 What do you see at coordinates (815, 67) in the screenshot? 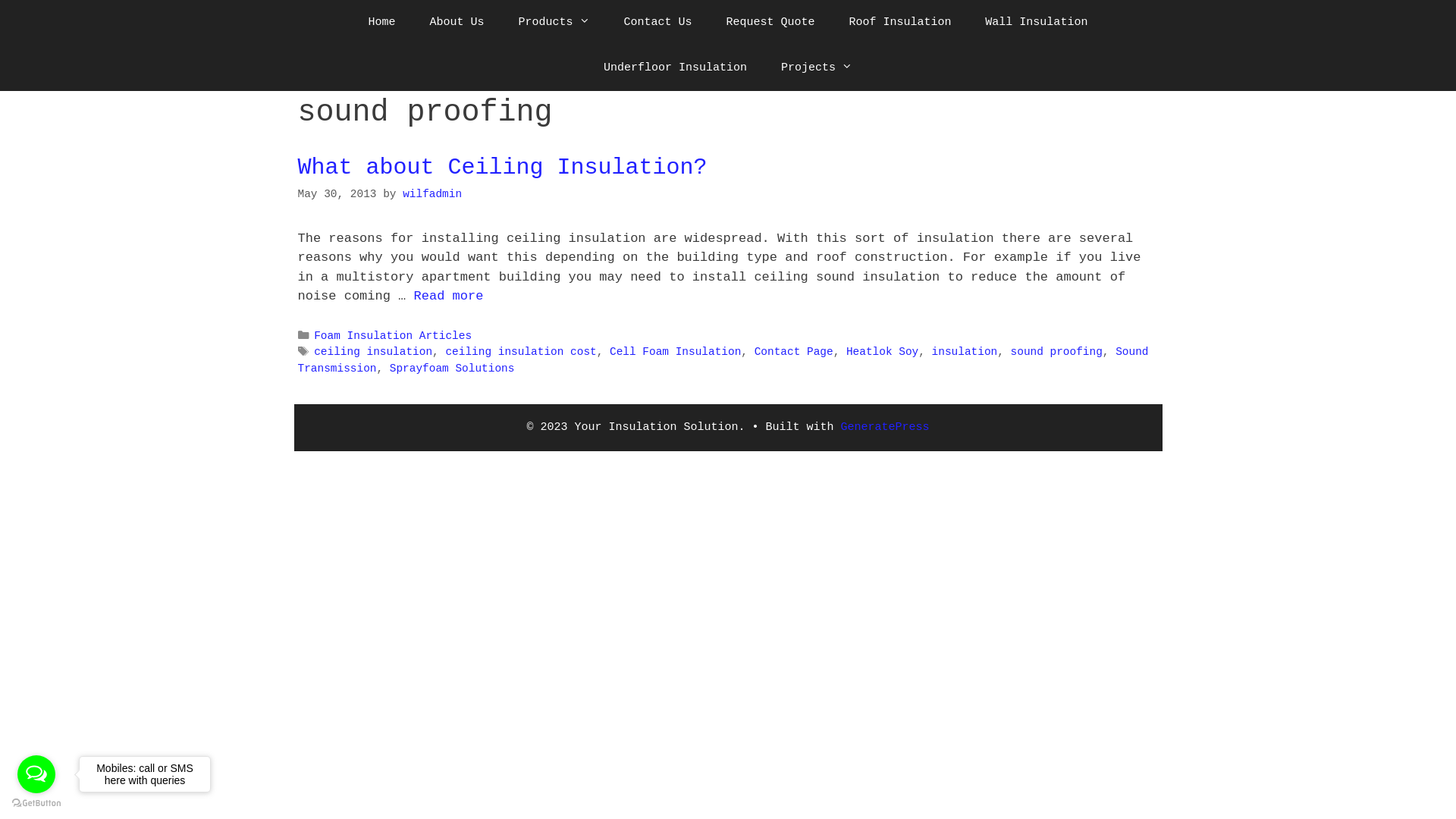
I see `'Projects'` at bounding box center [815, 67].